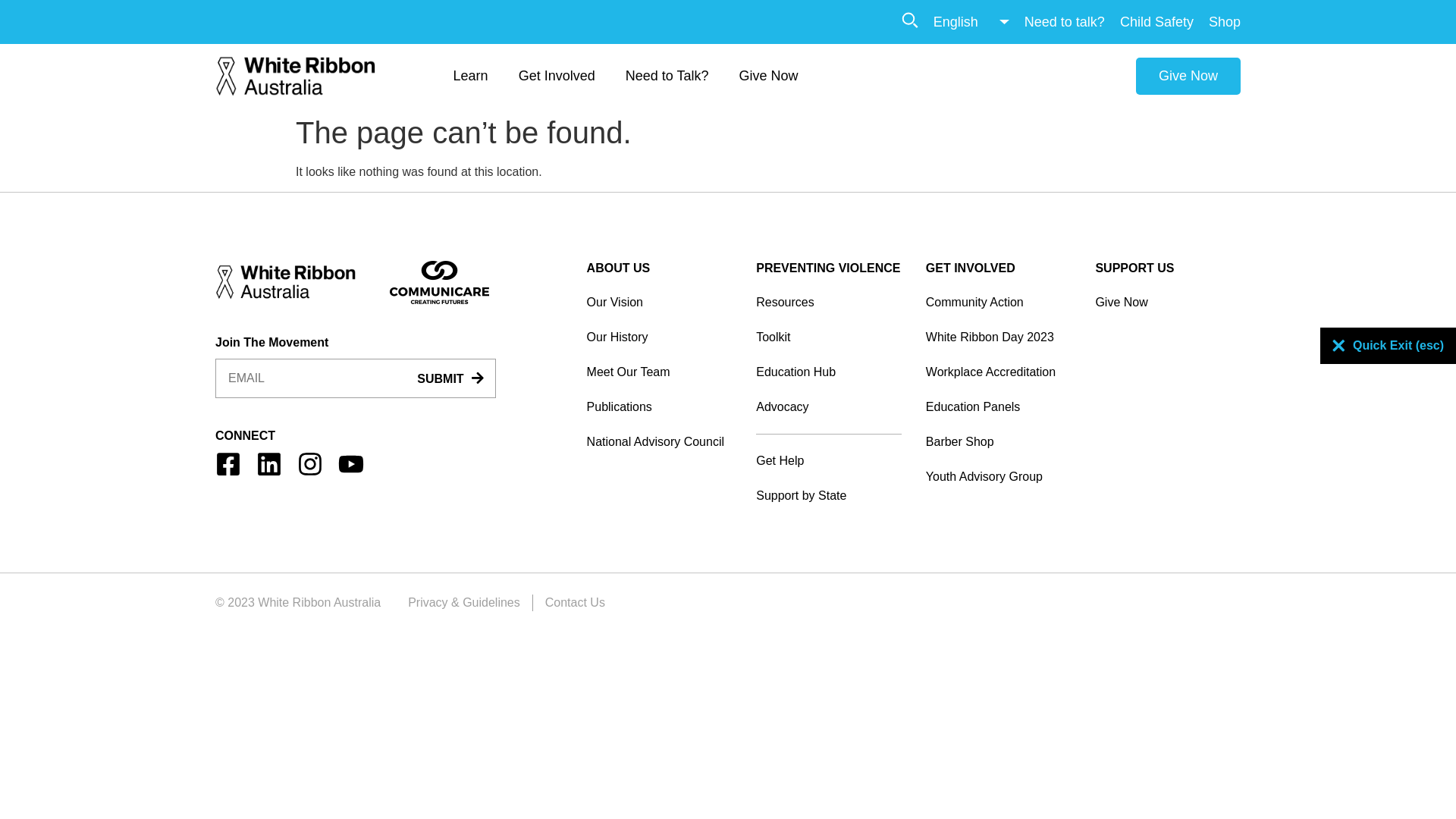  Describe the element at coordinates (828, 496) in the screenshot. I see `'Support by State'` at that location.